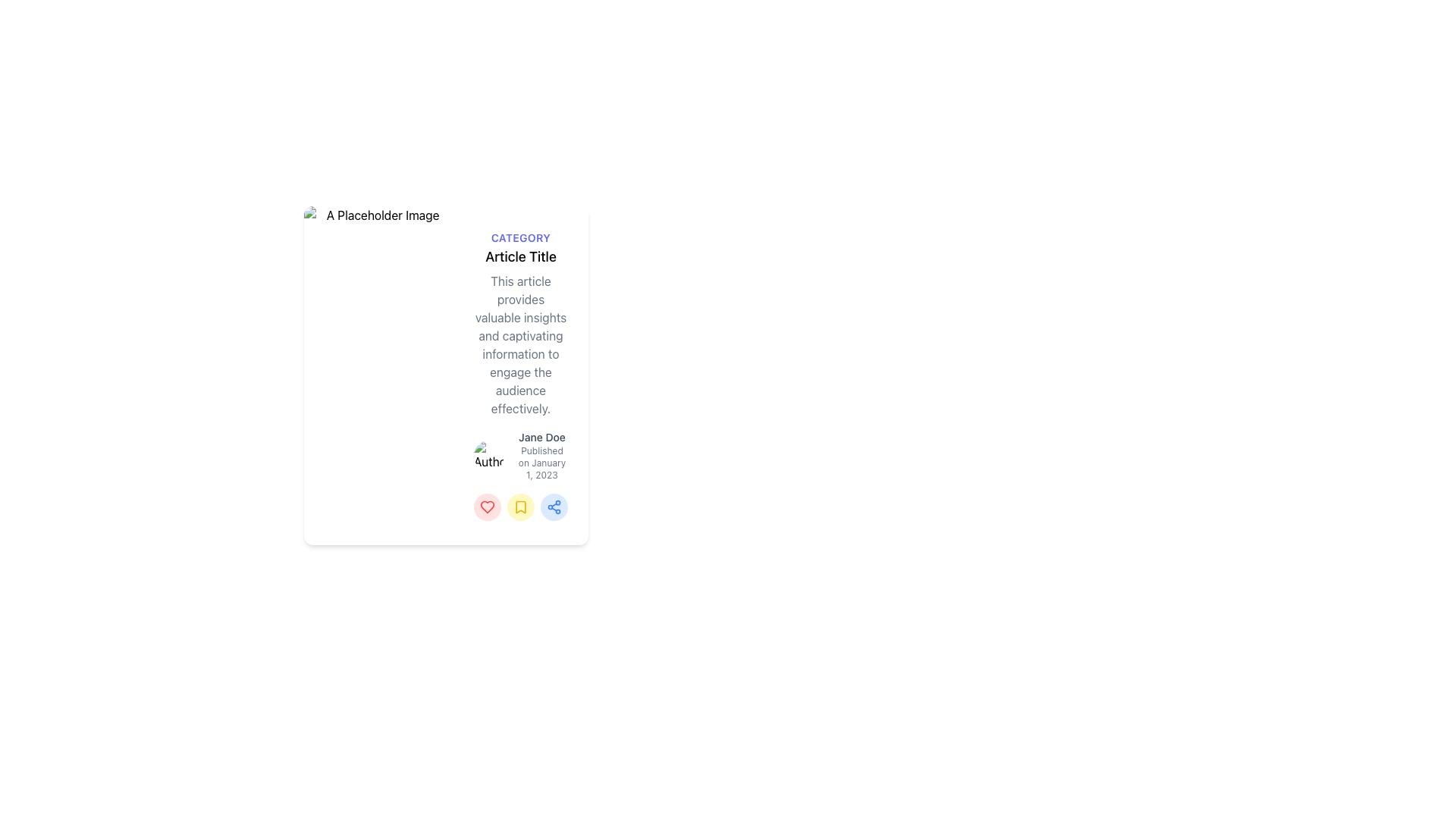 The height and width of the screenshot is (819, 1456). Describe the element at coordinates (488, 454) in the screenshot. I see `the author's profile image, which visually represents the author, from its current position` at that location.